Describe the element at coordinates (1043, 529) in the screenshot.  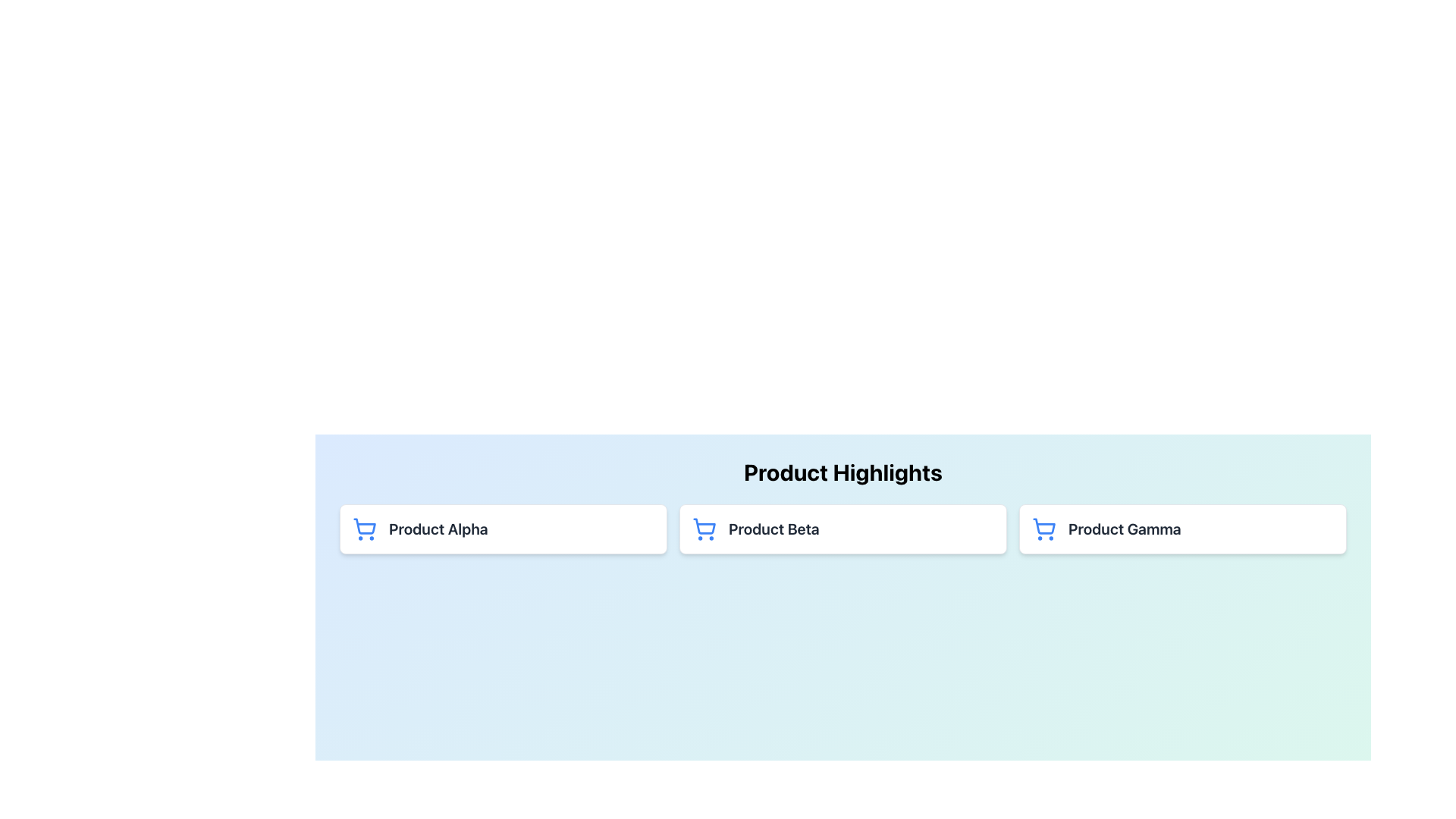
I see `the shopping cart icon with a blue outline located to the left of the text 'Product Gamma' in the third card of the 'Product Highlights' section` at that location.